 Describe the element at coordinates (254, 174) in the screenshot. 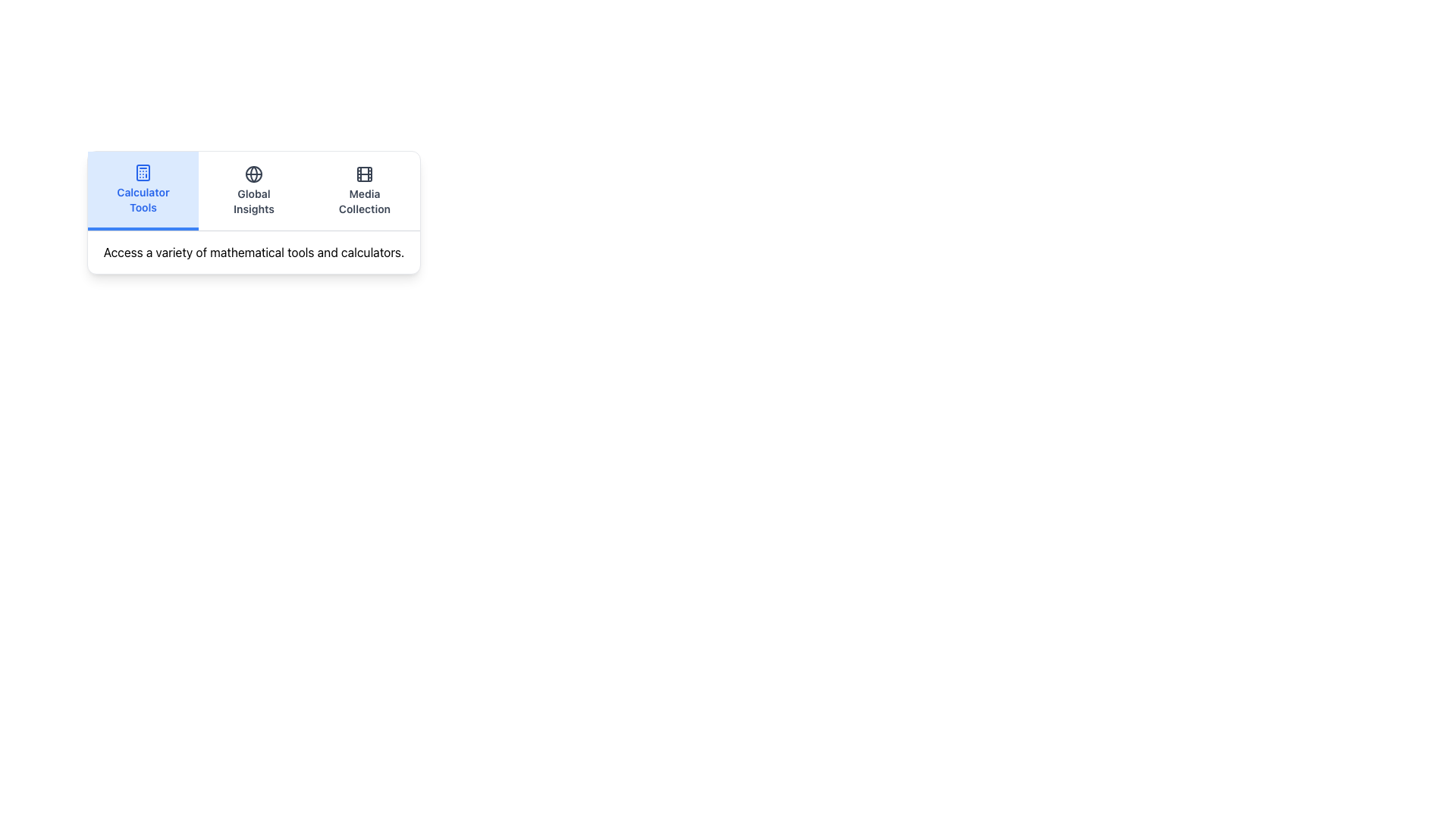

I see `the decorative SVG circle component that is part of the globe icon located in the second tab labeled 'Global Insights'` at that location.